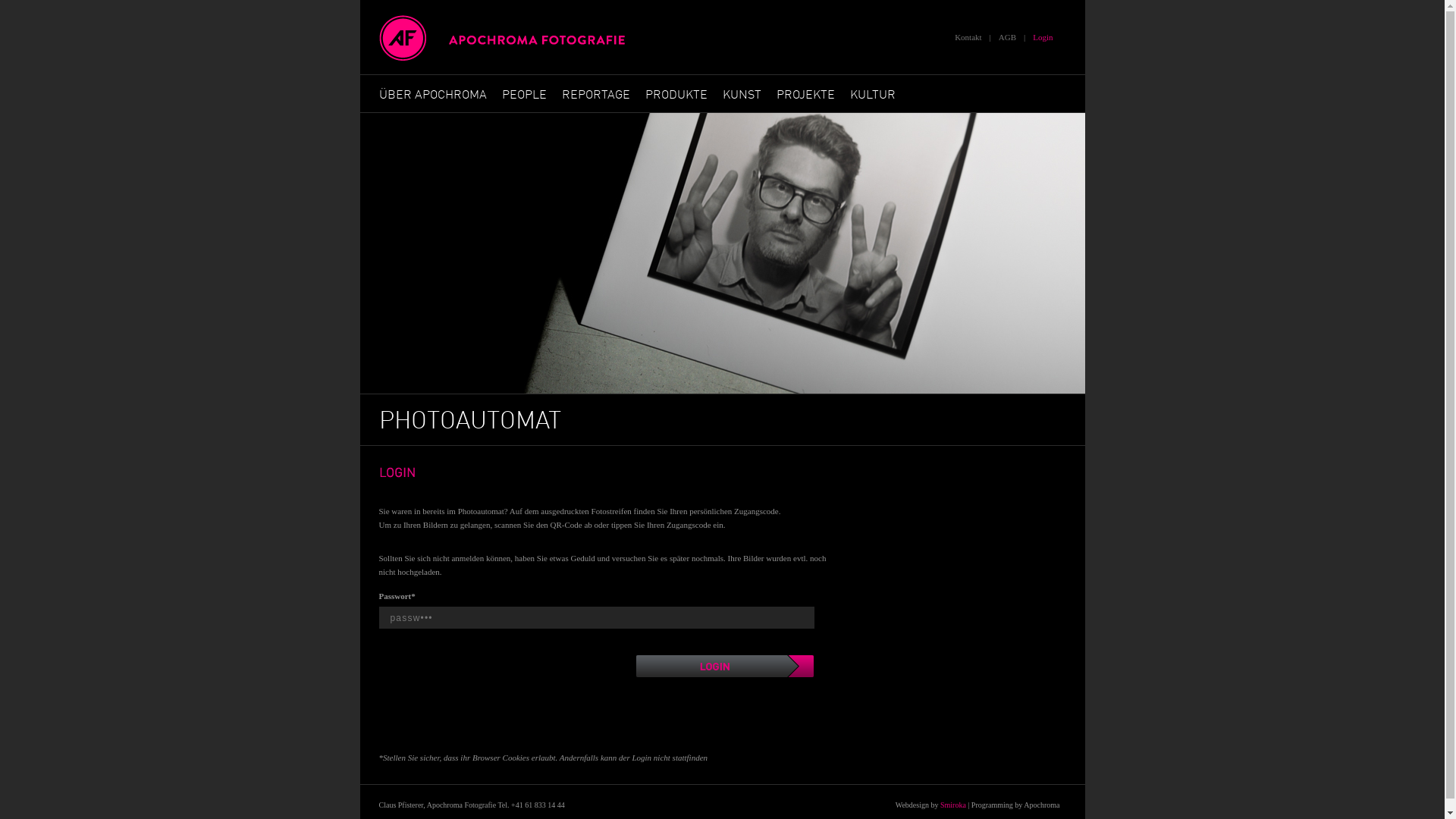 The height and width of the screenshot is (819, 1456). What do you see at coordinates (805, 96) in the screenshot?
I see `'PROJEKTE'` at bounding box center [805, 96].